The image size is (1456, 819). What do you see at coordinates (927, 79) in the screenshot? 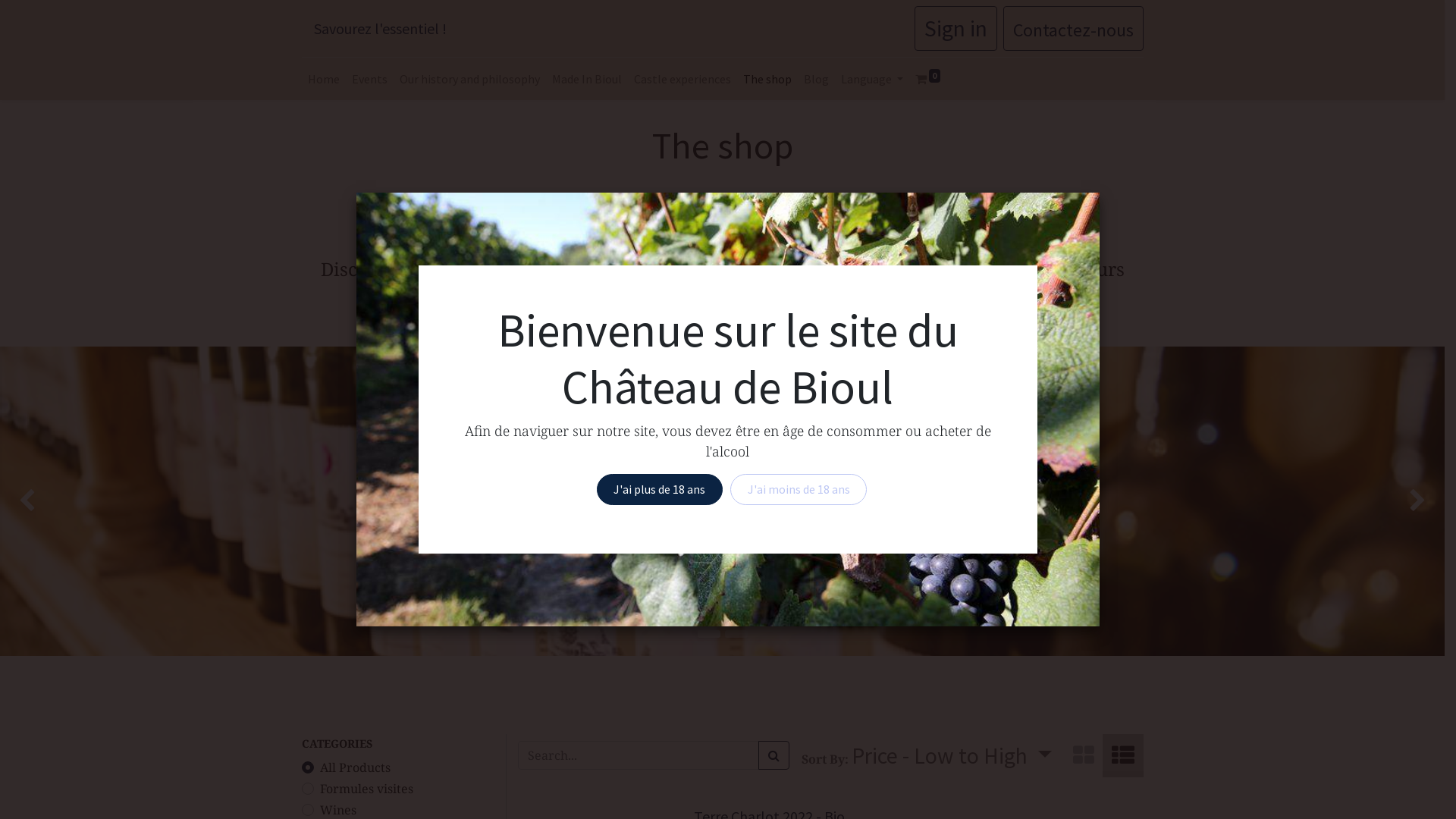
I see `'0'` at bounding box center [927, 79].